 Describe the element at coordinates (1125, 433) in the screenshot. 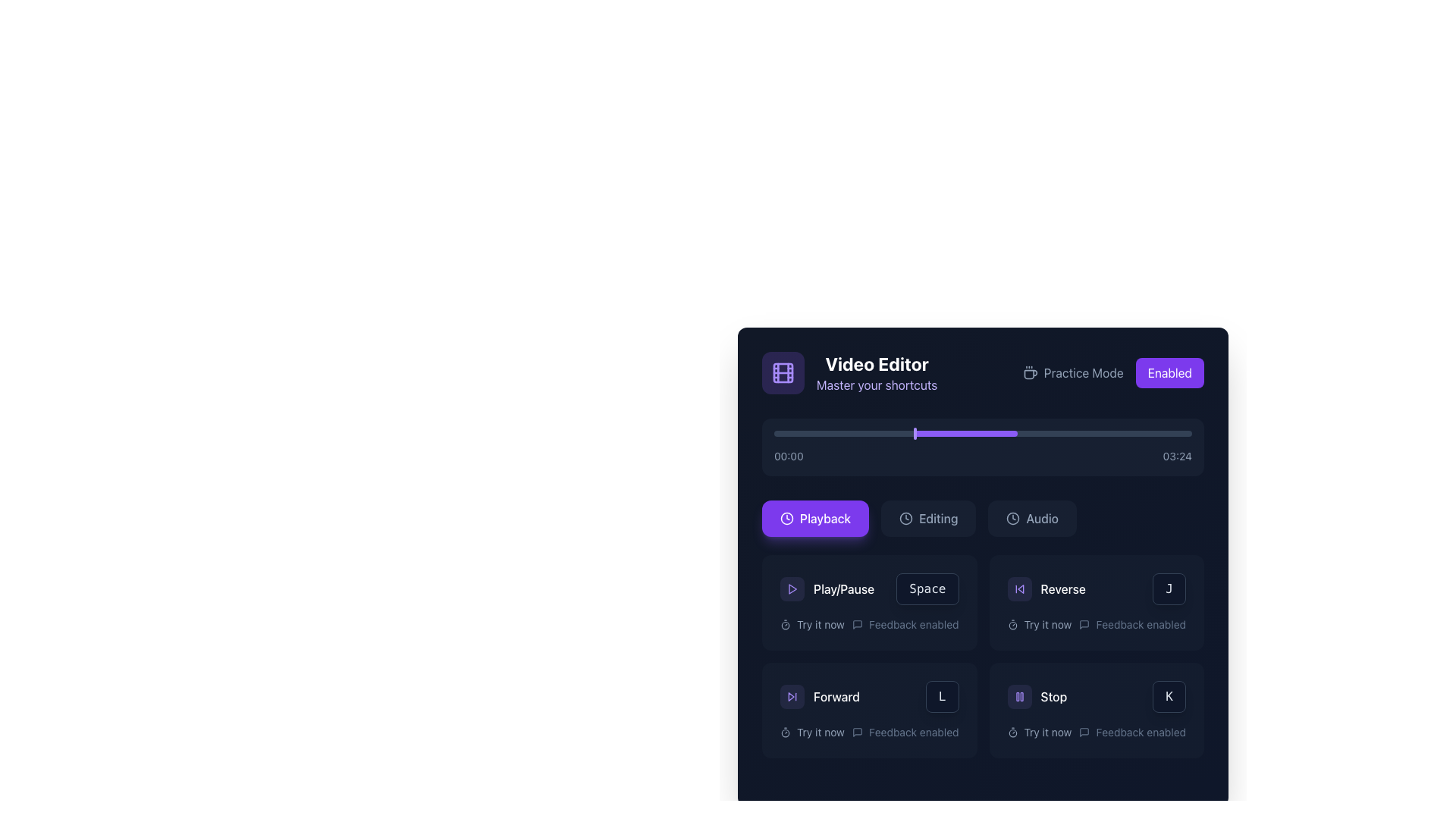

I see `the playback time` at that location.